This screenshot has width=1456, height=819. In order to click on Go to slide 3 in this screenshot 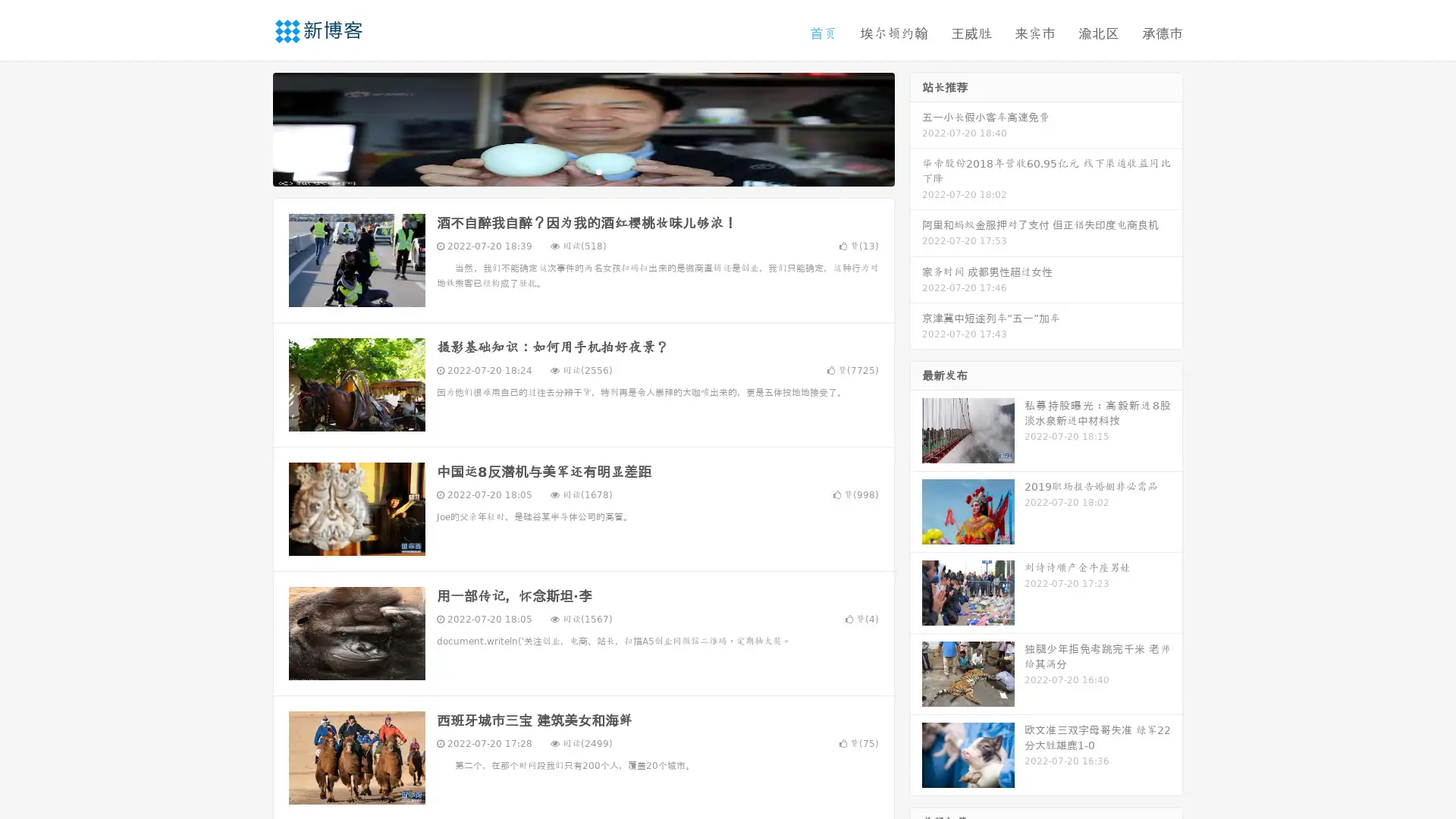, I will do `click(598, 171)`.